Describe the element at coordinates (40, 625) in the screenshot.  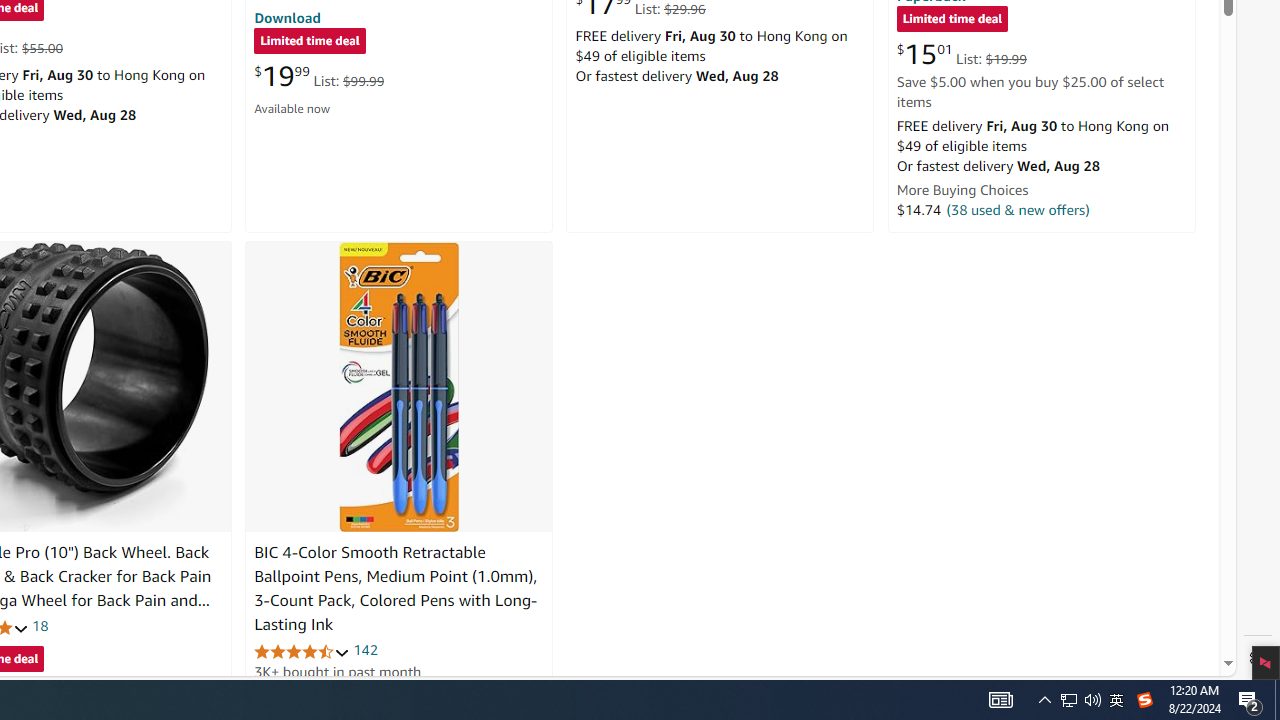
I see `'18'` at that location.